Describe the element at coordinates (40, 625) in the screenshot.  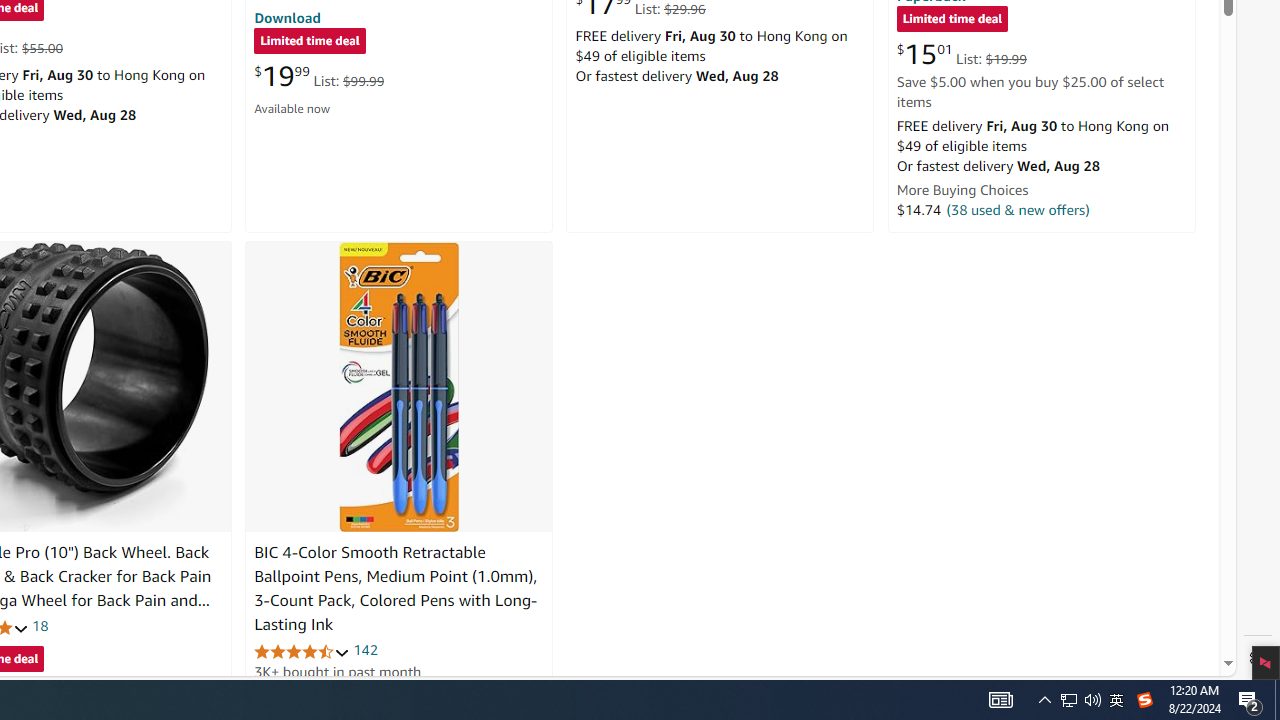
I see `'18'` at that location.